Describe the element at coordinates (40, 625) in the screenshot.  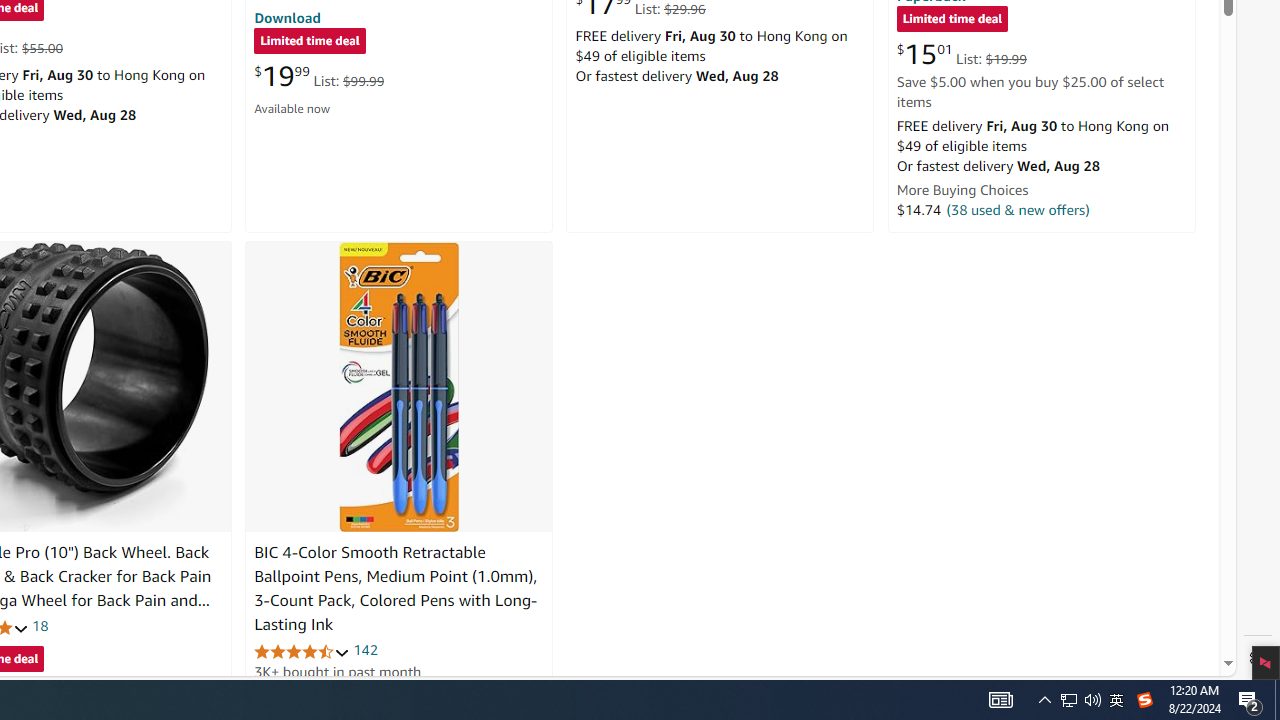
I see `'18'` at that location.